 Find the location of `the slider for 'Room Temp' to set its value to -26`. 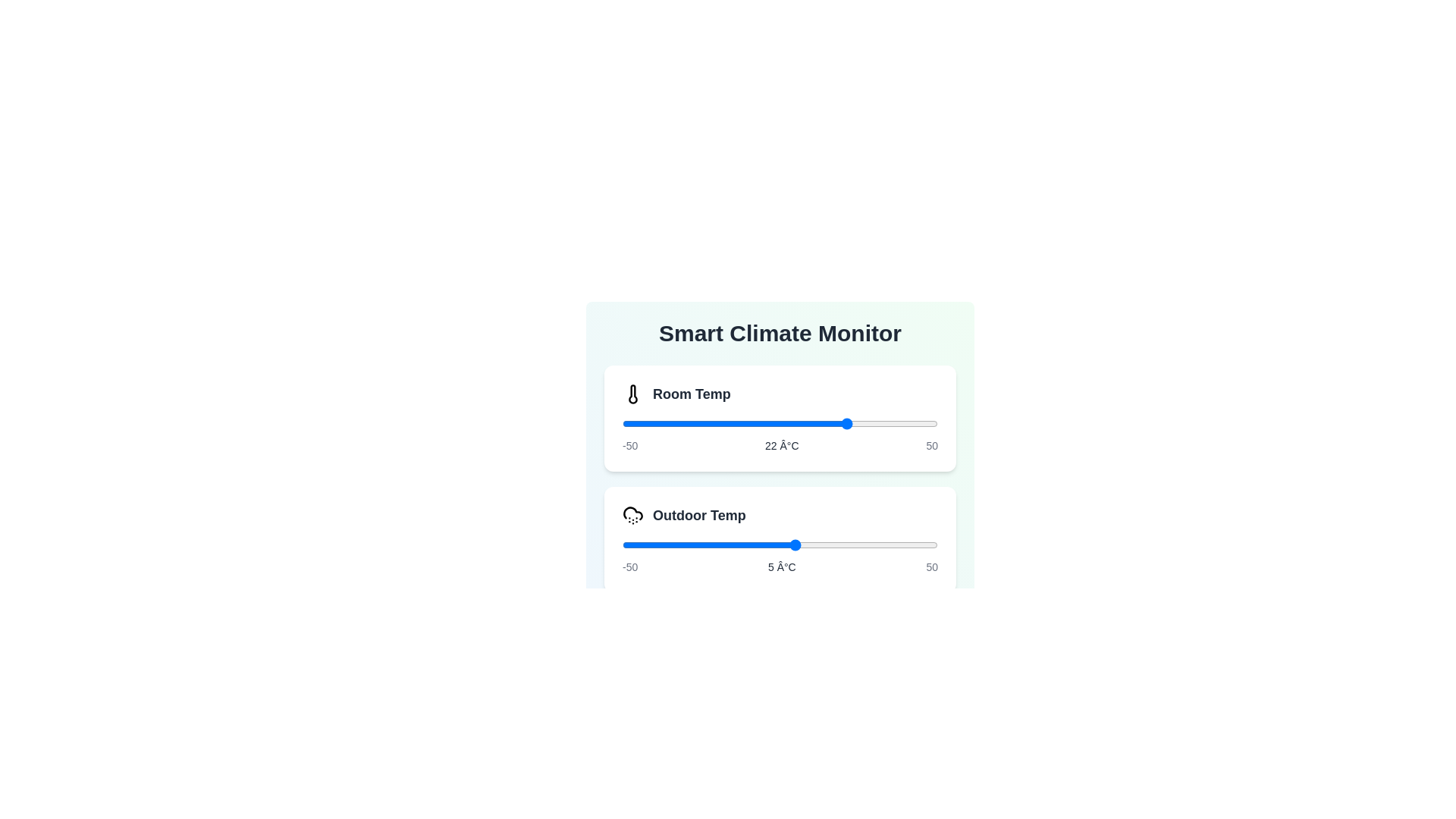

the slider for 'Room Temp' to set its value to -26 is located at coordinates (697, 424).